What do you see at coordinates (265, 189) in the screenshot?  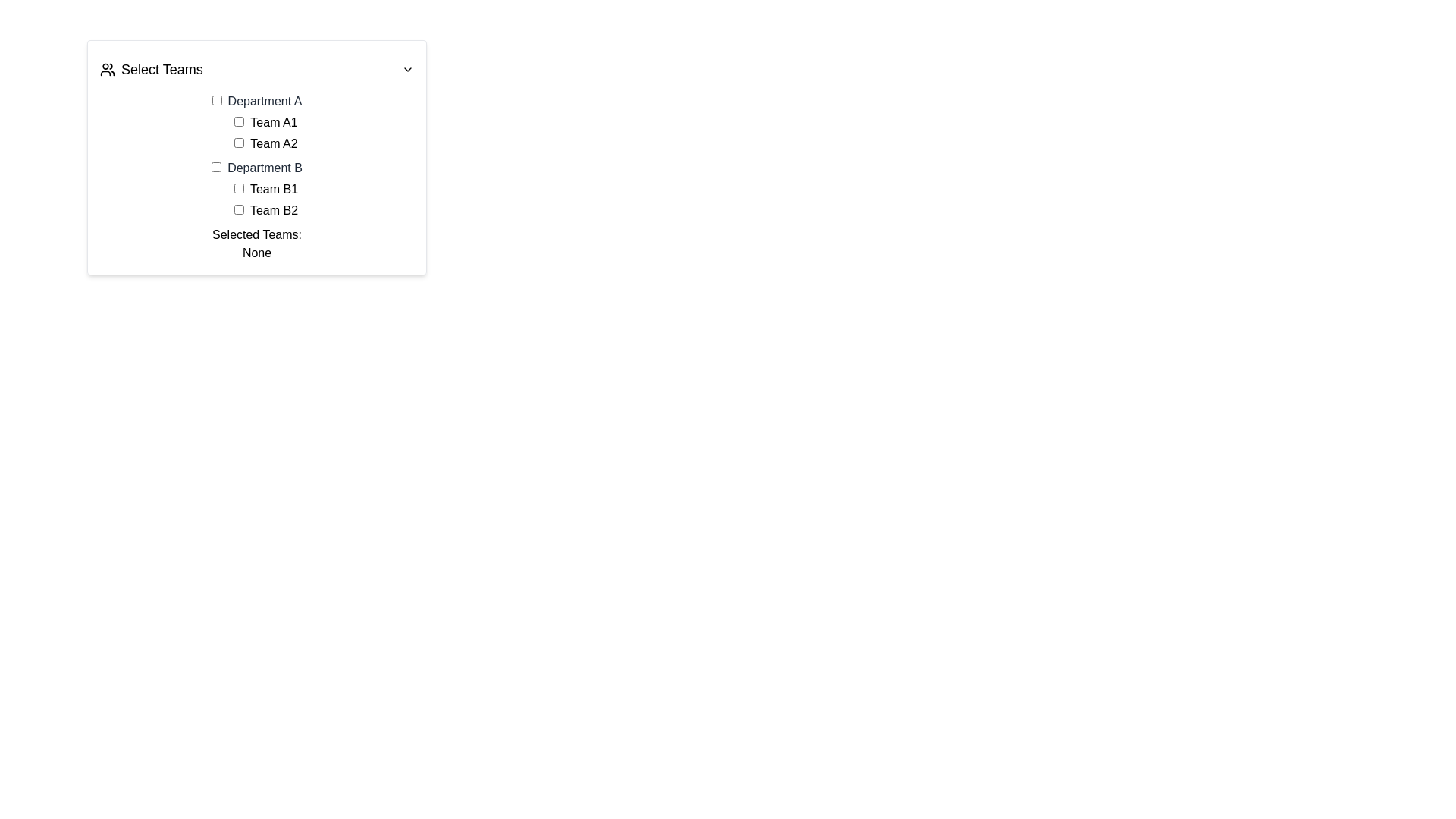 I see `the 'Team B1' checkbox option located under the 'Department B' section` at bounding box center [265, 189].